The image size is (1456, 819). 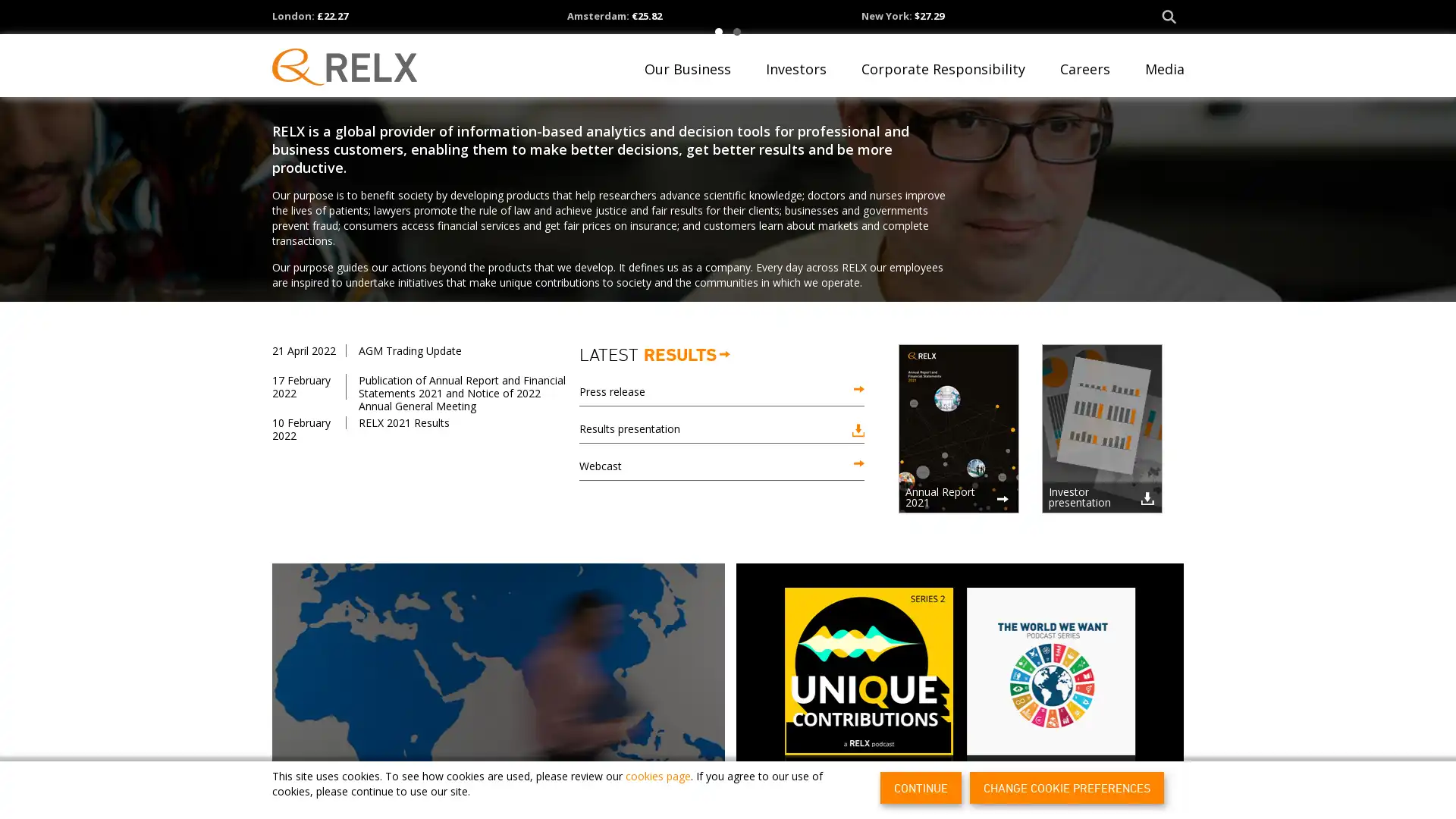 What do you see at coordinates (1075, 786) in the screenshot?
I see `CHANGE COOKIE PREFERENCES` at bounding box center [1075, 786].